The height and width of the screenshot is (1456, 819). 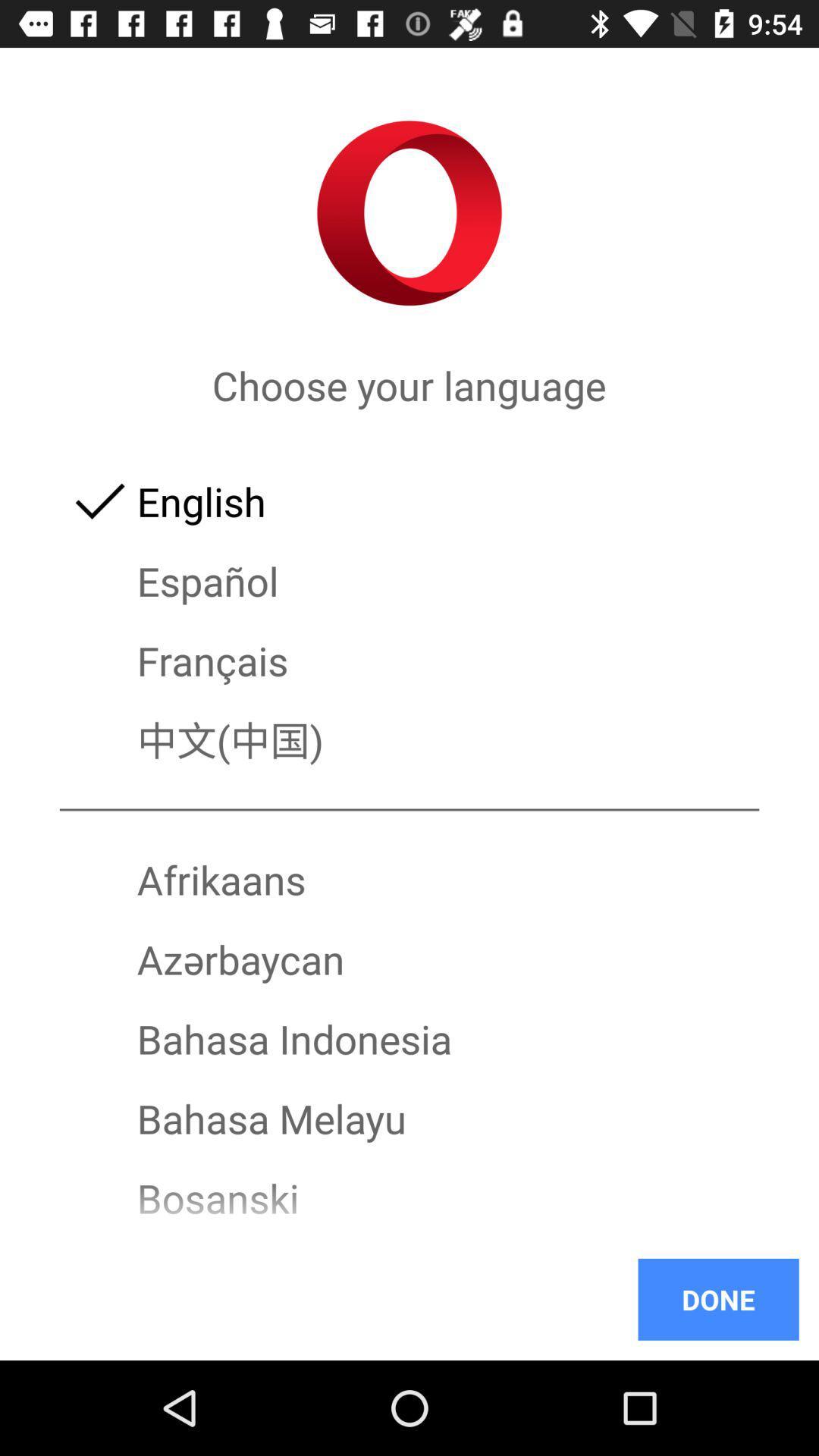 I want to click on the item below choose your language item, so click(x=409, y=501).